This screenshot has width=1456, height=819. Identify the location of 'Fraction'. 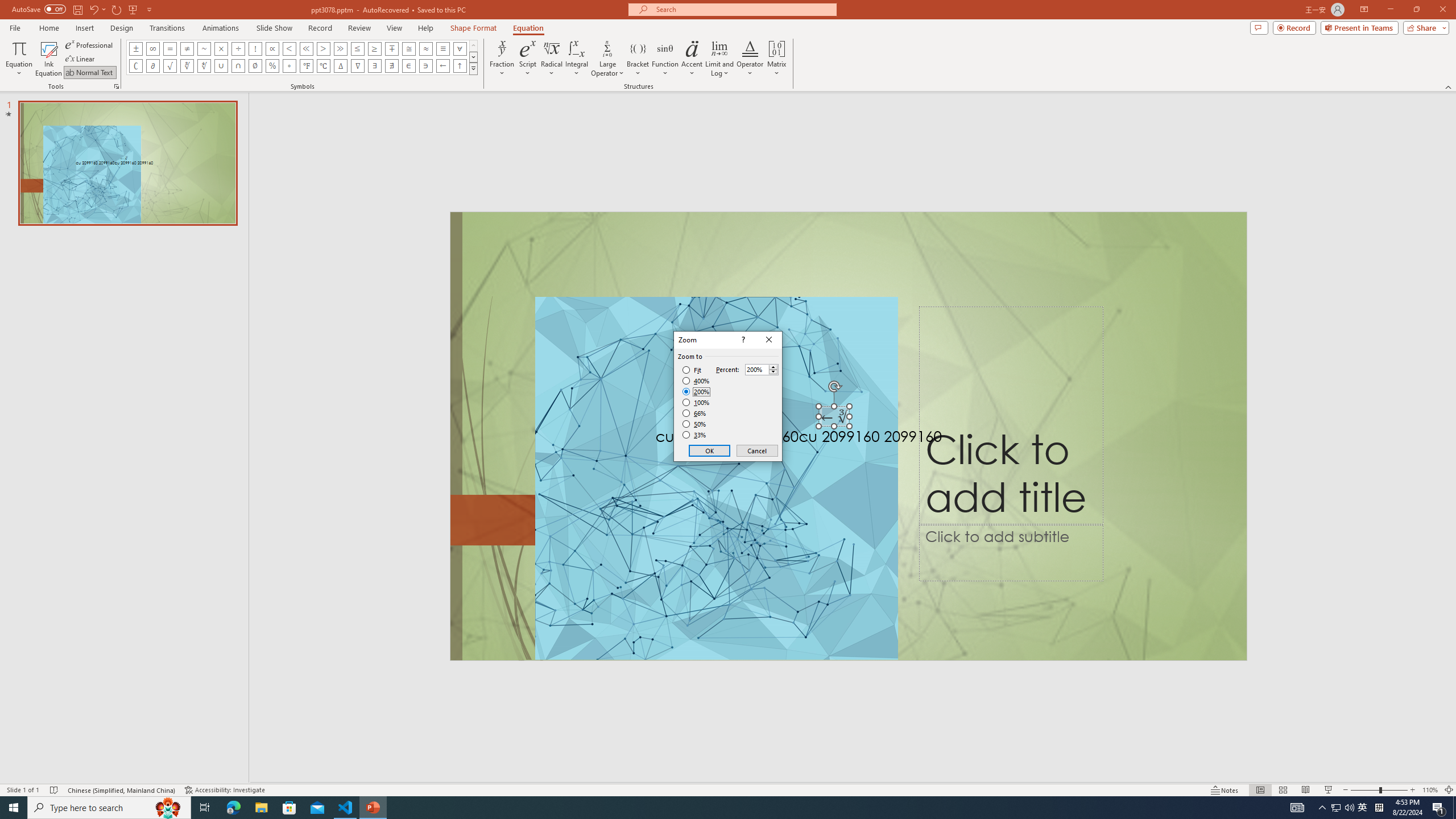
(502, 59).